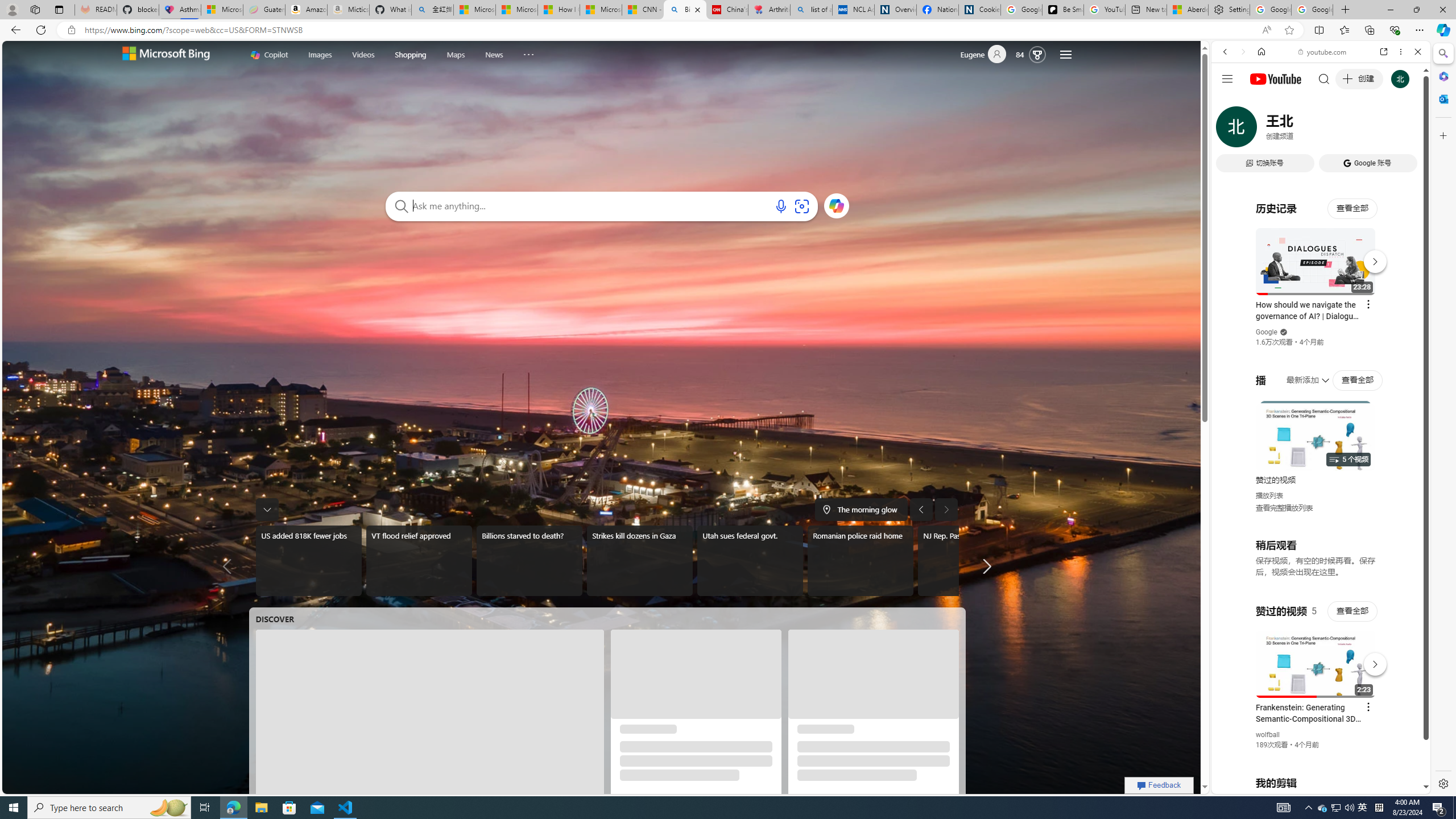 The height and width of the screenshot is (819, 1456). What do you see at coordinates (1389, 310) in the screenshot?
I see `'Show More Music'` at bounding box center [1389, 310].